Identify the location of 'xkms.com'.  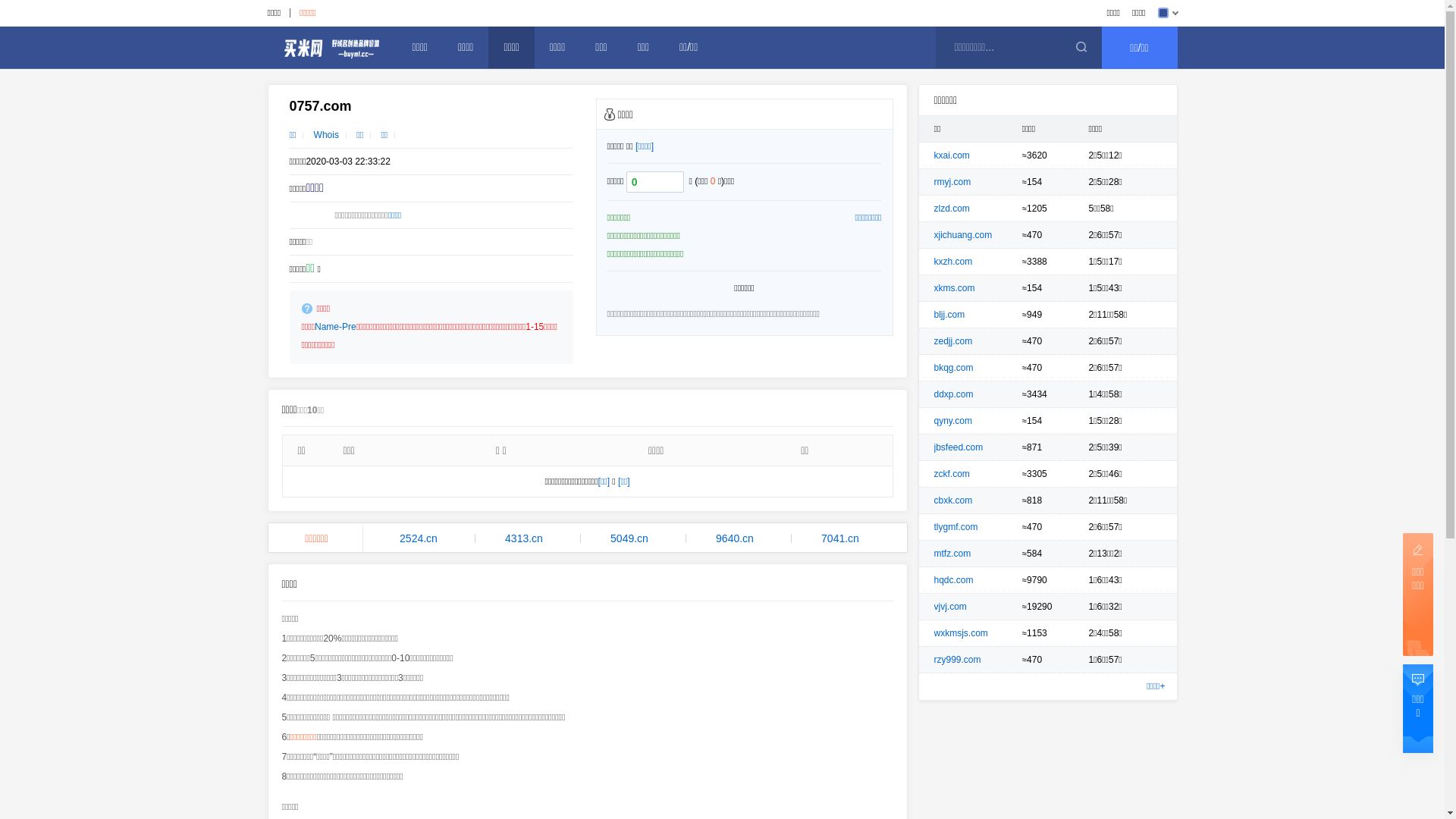
(953, 288).